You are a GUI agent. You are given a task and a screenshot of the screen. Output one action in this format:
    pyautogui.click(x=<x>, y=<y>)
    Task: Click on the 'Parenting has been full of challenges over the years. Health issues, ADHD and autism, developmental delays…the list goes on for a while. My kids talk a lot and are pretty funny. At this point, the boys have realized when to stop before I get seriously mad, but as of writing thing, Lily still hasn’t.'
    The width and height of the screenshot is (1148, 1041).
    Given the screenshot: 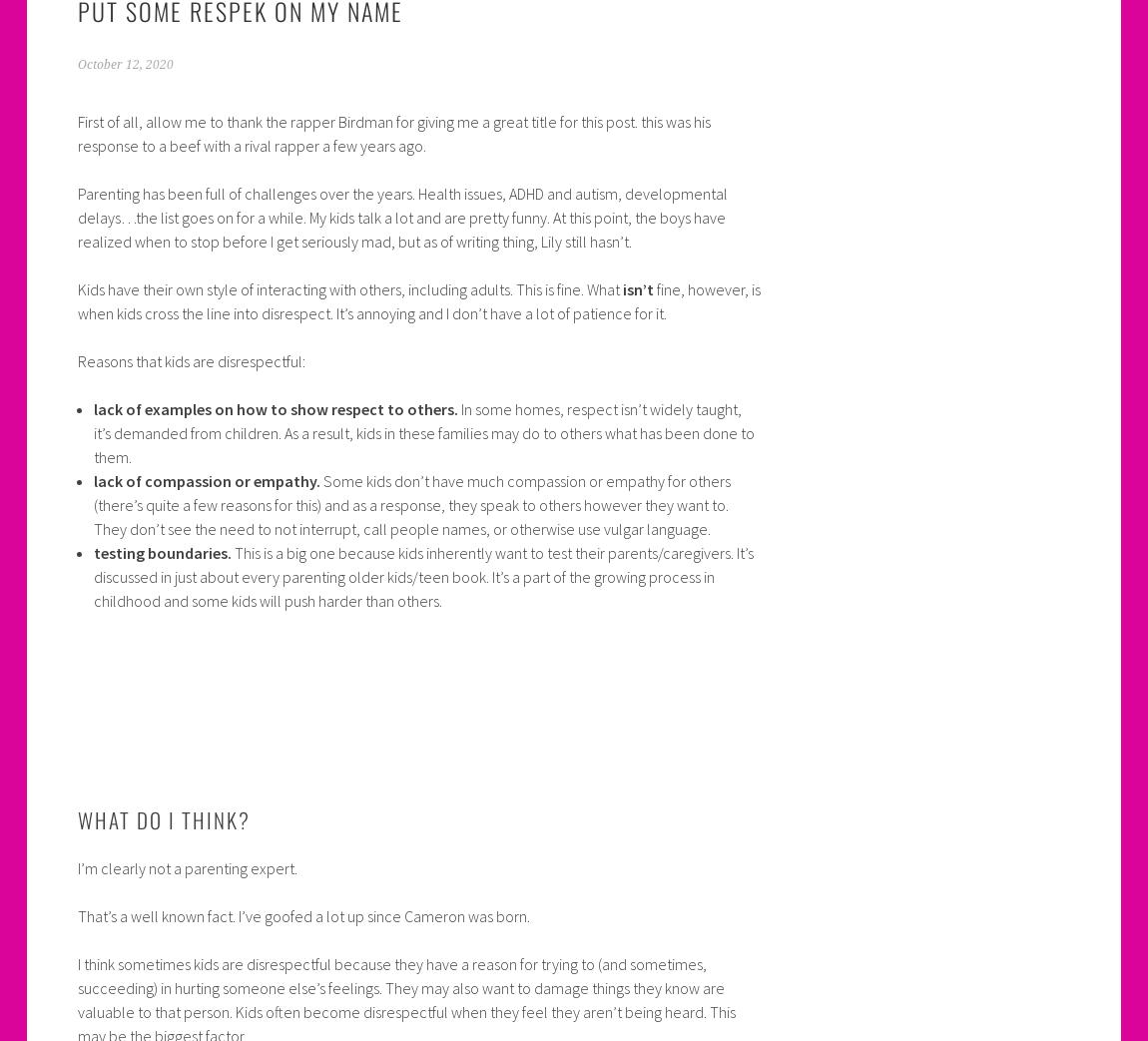 What is the action you would take?
    pyautogui.click(x=401, y=216)
    